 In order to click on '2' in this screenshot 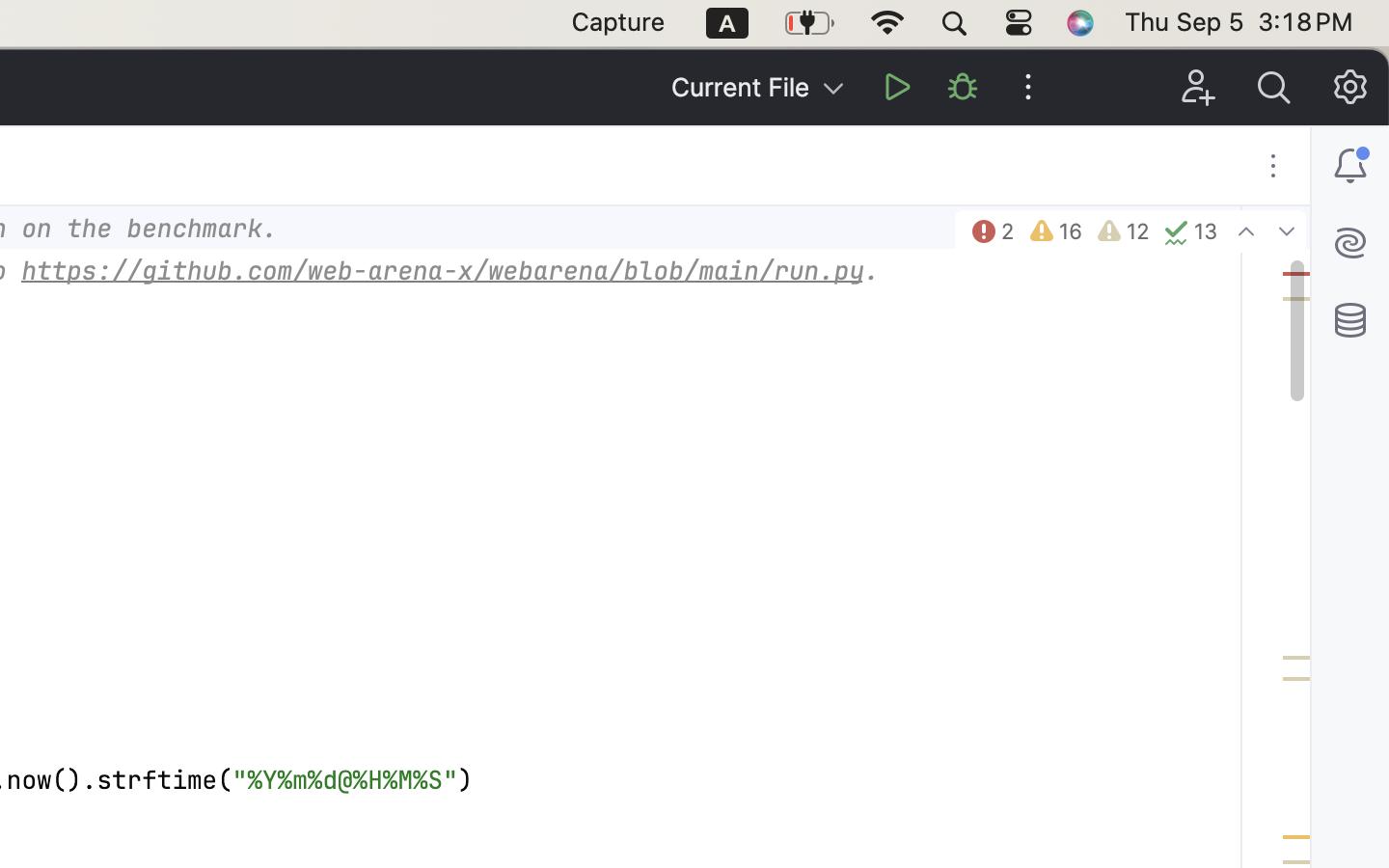, I will do `click(992, 231)`.